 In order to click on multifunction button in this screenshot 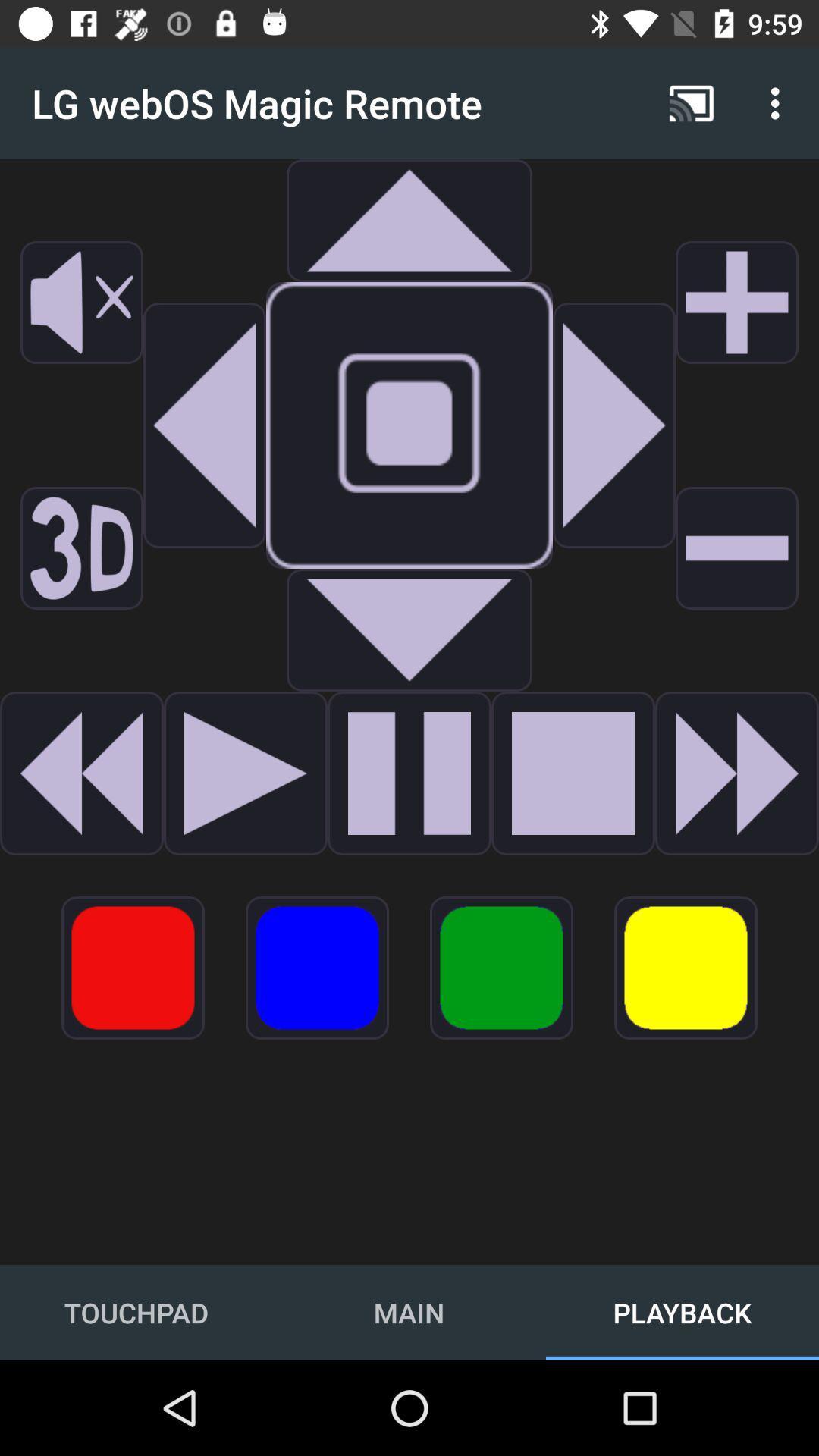, I will do `click(501, 967)`.